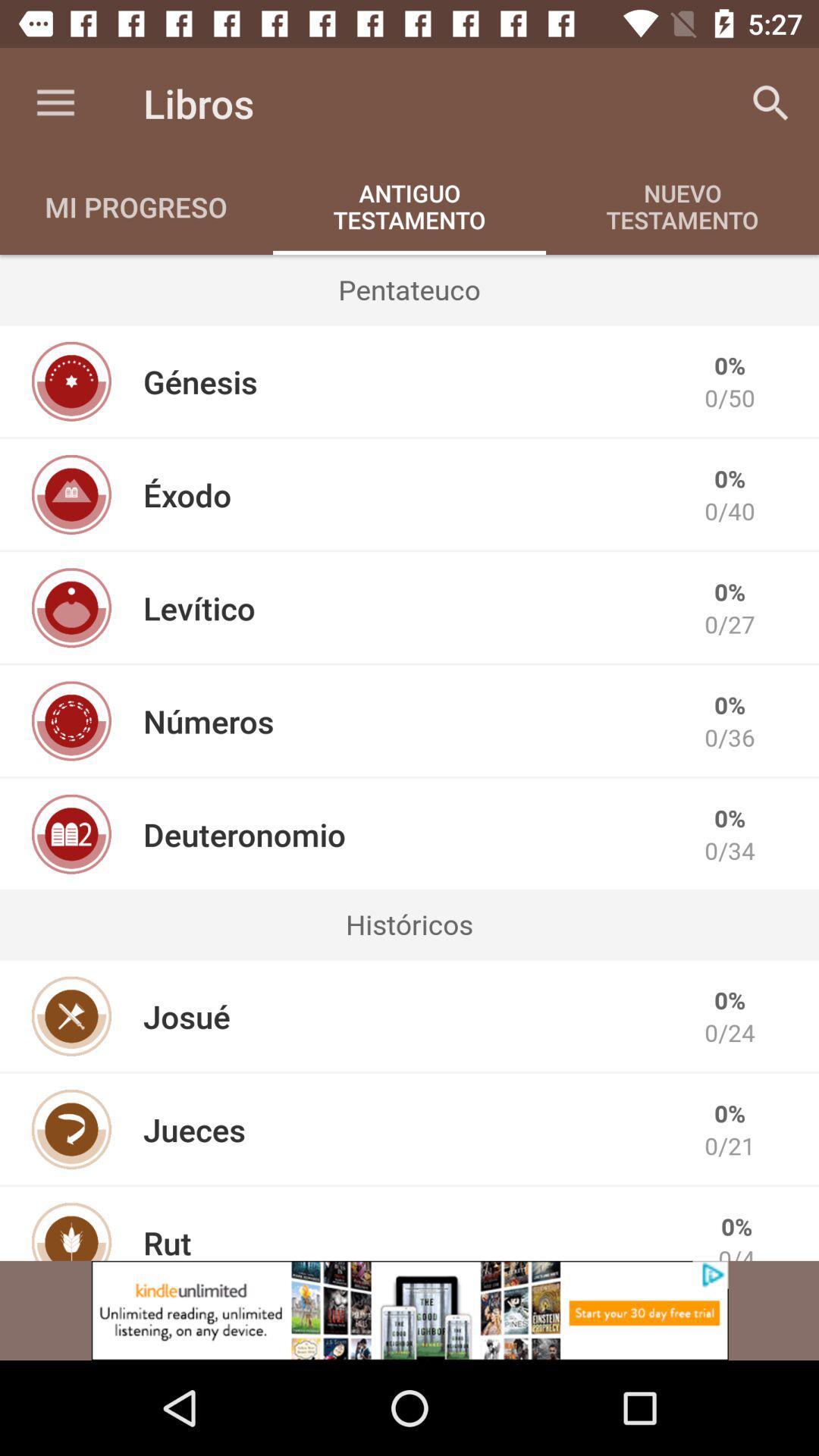  I want to click on the icon below antiguo testamento icon, so click(409, 289).